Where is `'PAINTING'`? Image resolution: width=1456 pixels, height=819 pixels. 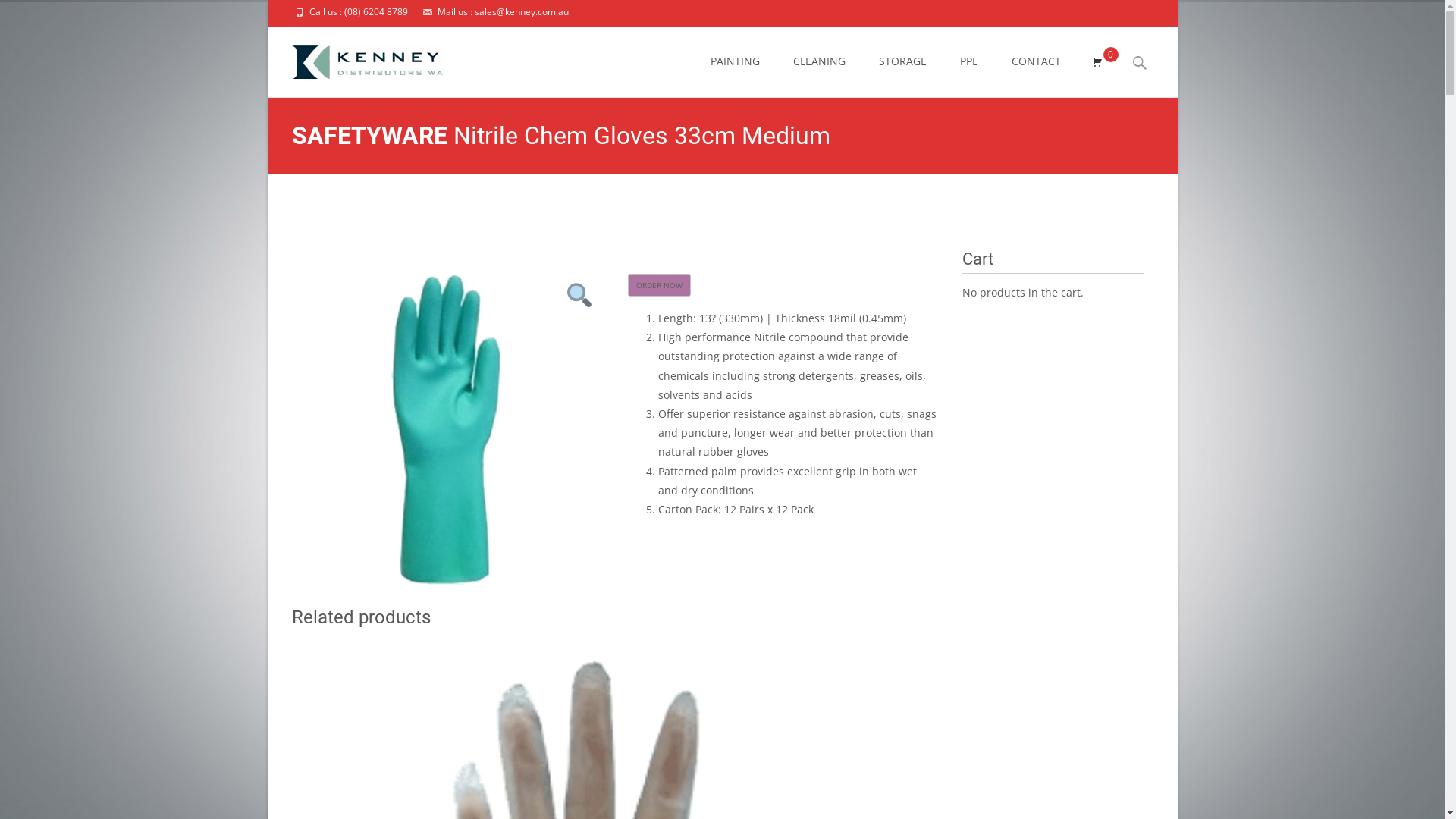
'PAINTING' is located at coordinates (734, 61).